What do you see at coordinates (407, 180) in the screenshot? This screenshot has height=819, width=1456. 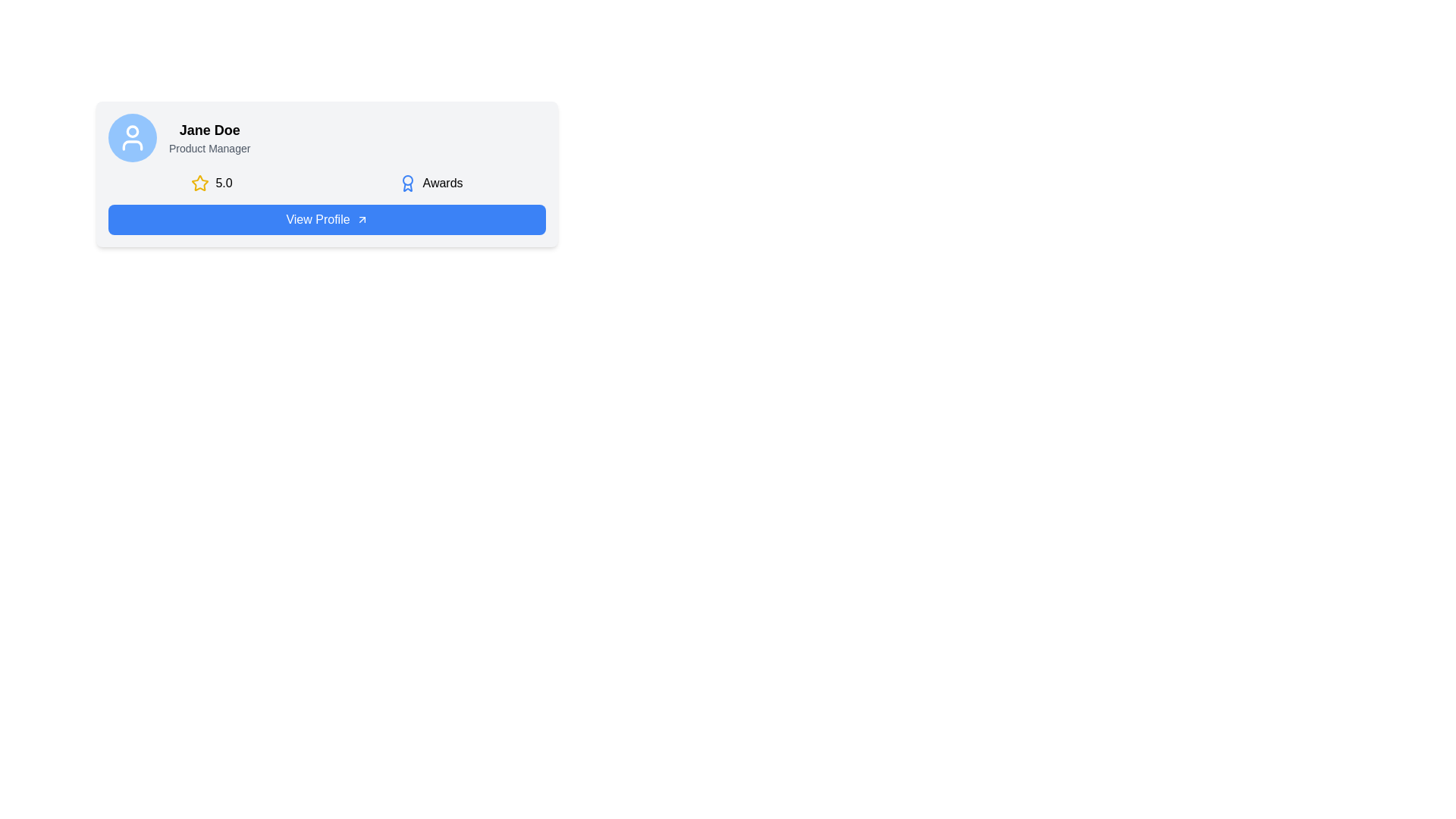 I see `the blue circular SVG element within the award badge icon, located to the right of the rating indicator and above the 'View Profile' button` at bounding box center [407, 180].